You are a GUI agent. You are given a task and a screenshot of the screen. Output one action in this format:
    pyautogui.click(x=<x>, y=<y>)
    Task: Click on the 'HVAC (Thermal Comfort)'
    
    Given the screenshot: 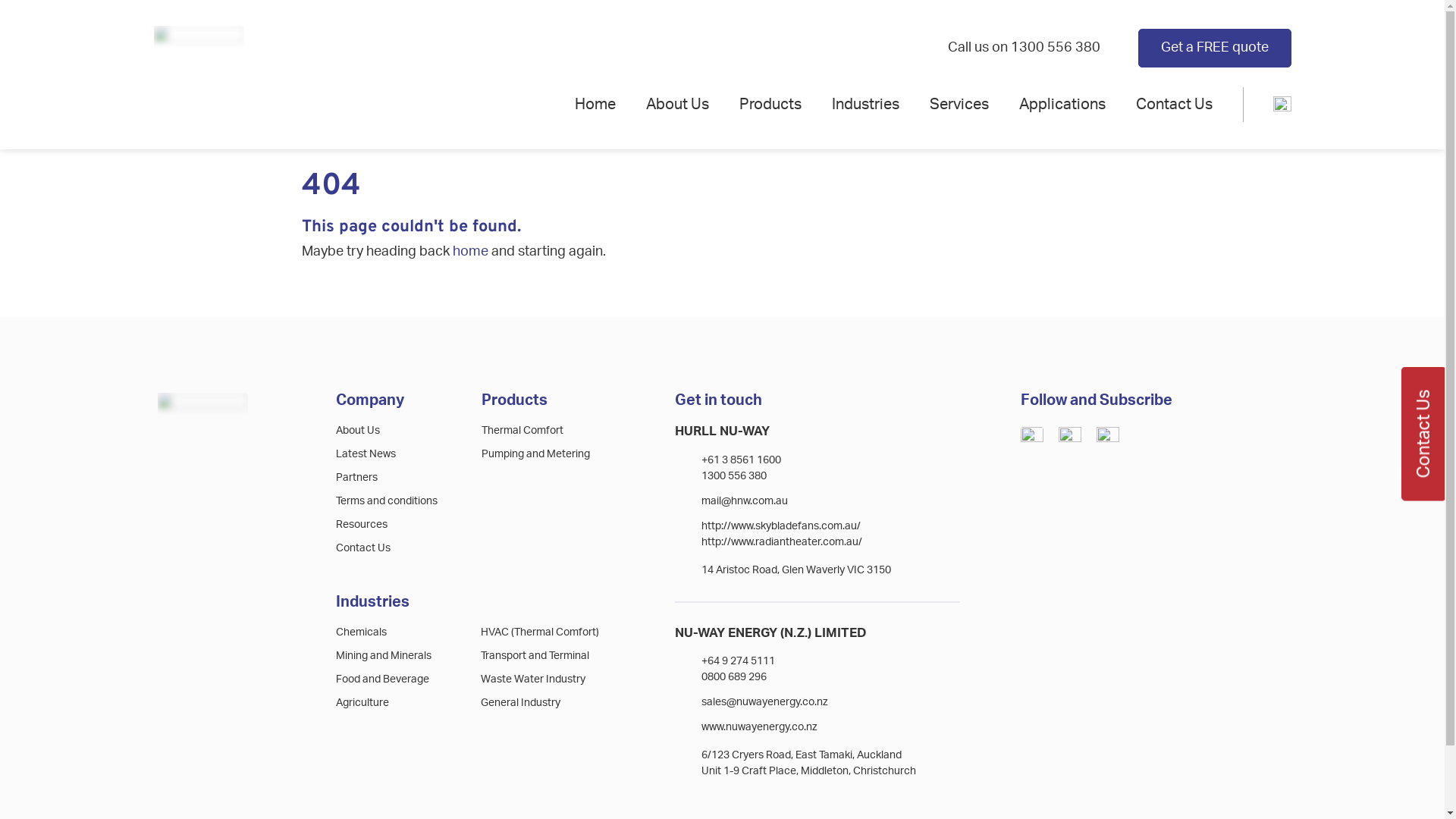 What is the action you would take?
    pyautogui.click(x=539, y=632)
    